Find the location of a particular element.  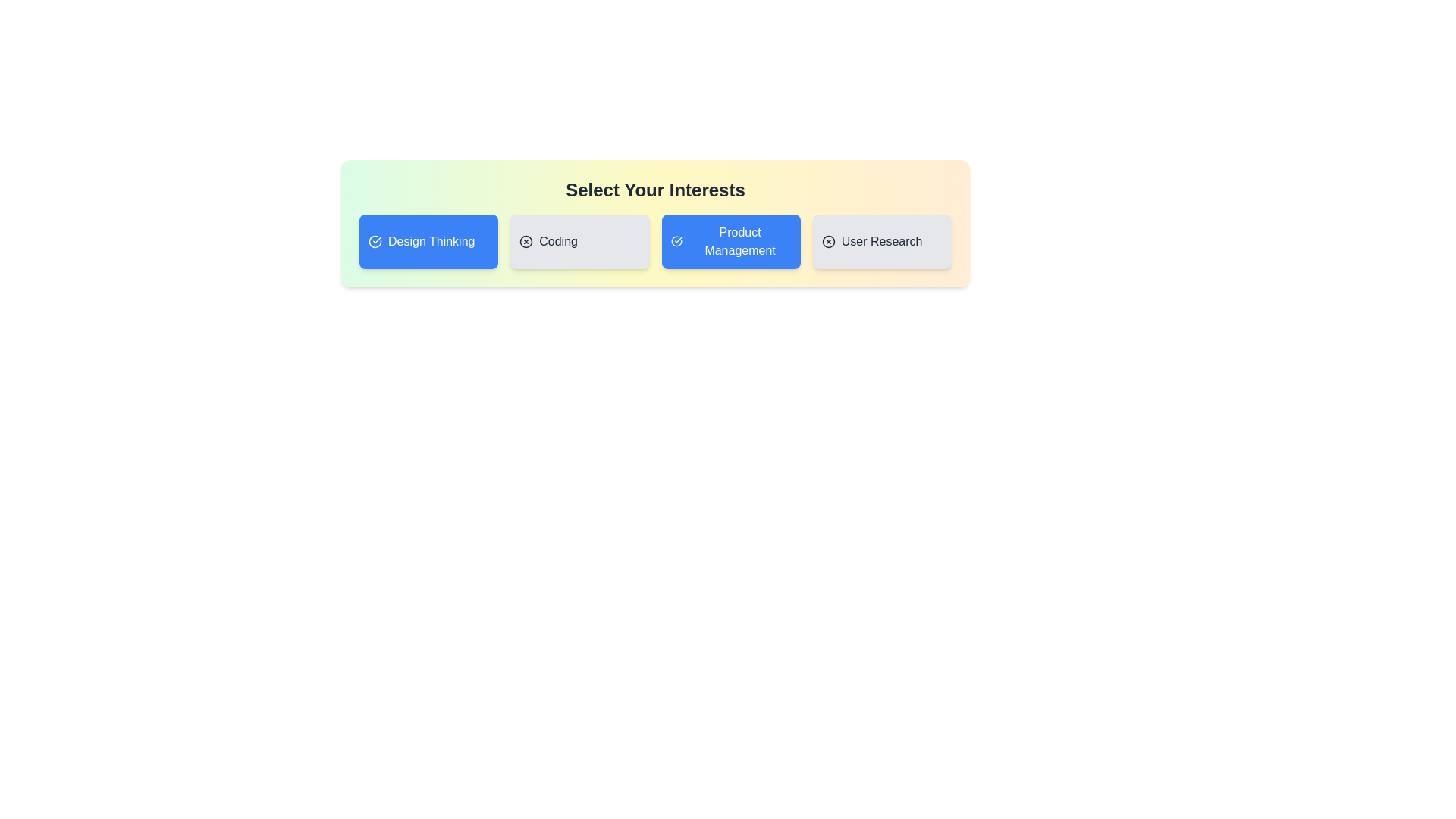

the chip labeled User Research is located at coordinates (882, 241).